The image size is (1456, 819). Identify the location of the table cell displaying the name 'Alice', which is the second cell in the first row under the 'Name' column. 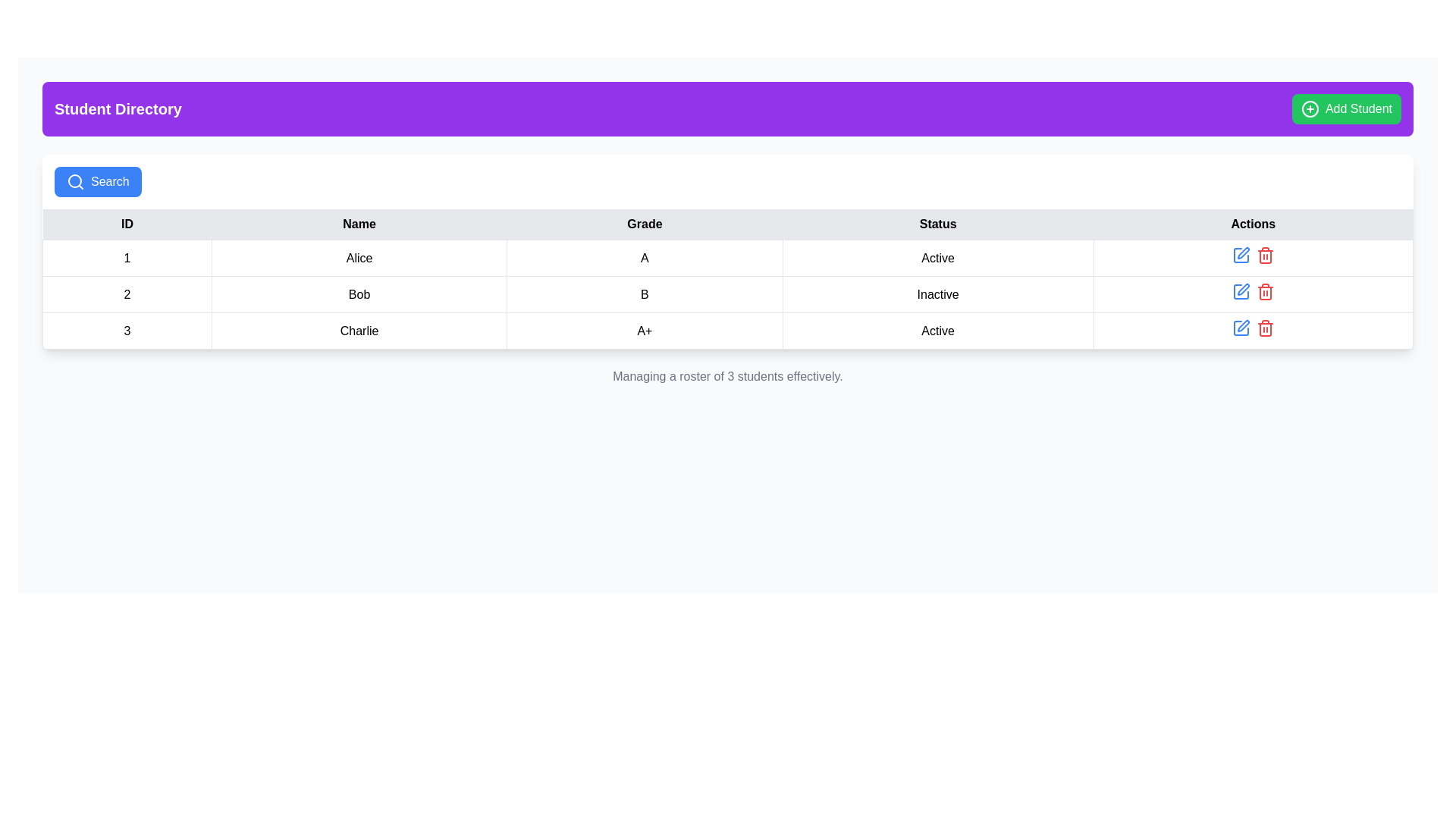
(359, 257).